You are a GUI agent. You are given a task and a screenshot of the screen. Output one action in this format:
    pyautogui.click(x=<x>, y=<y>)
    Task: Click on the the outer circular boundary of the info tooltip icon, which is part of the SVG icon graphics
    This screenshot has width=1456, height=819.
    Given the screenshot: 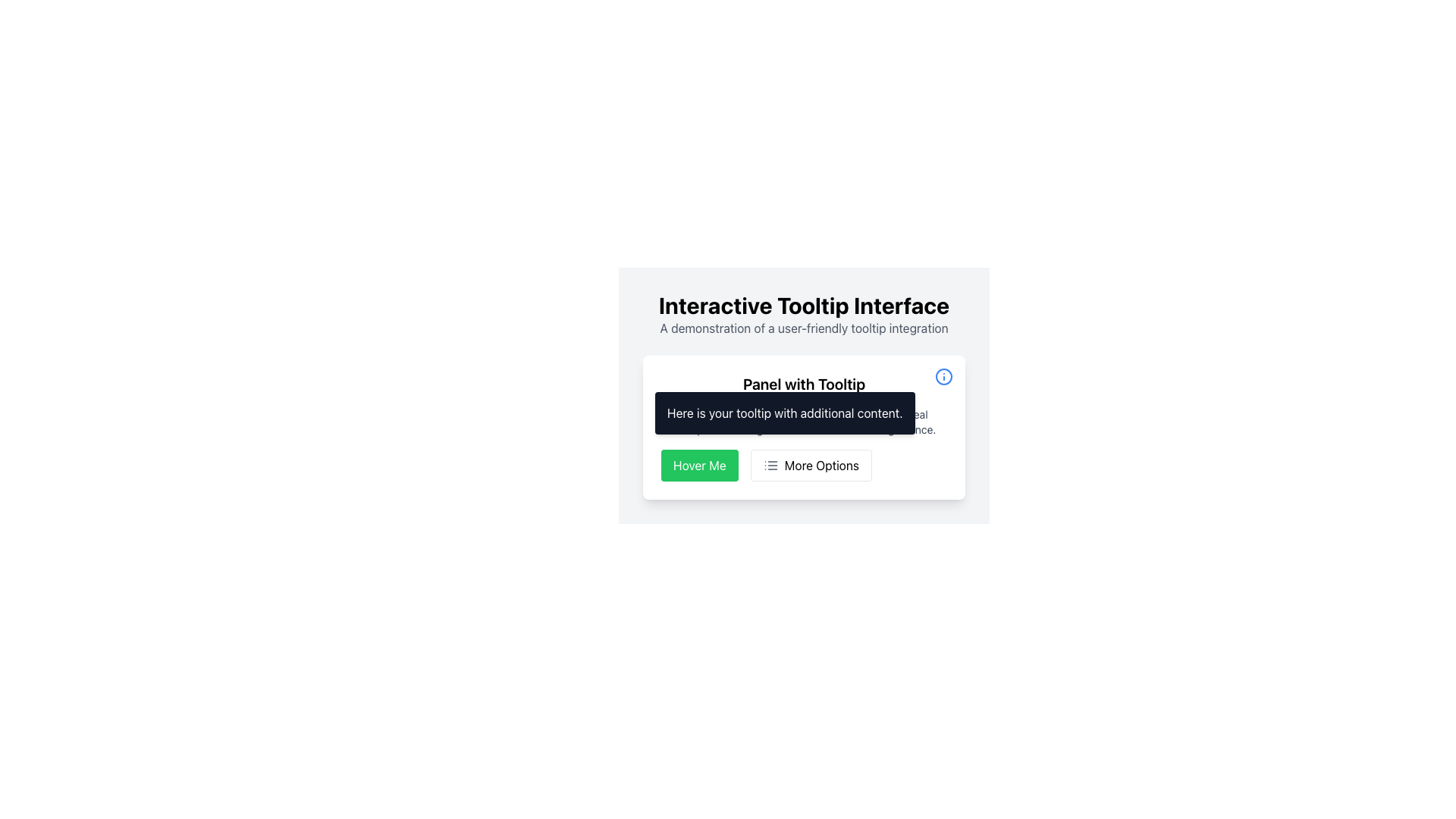 What is the action you would take?
    pyautogui.click(x=943, y=376)
    